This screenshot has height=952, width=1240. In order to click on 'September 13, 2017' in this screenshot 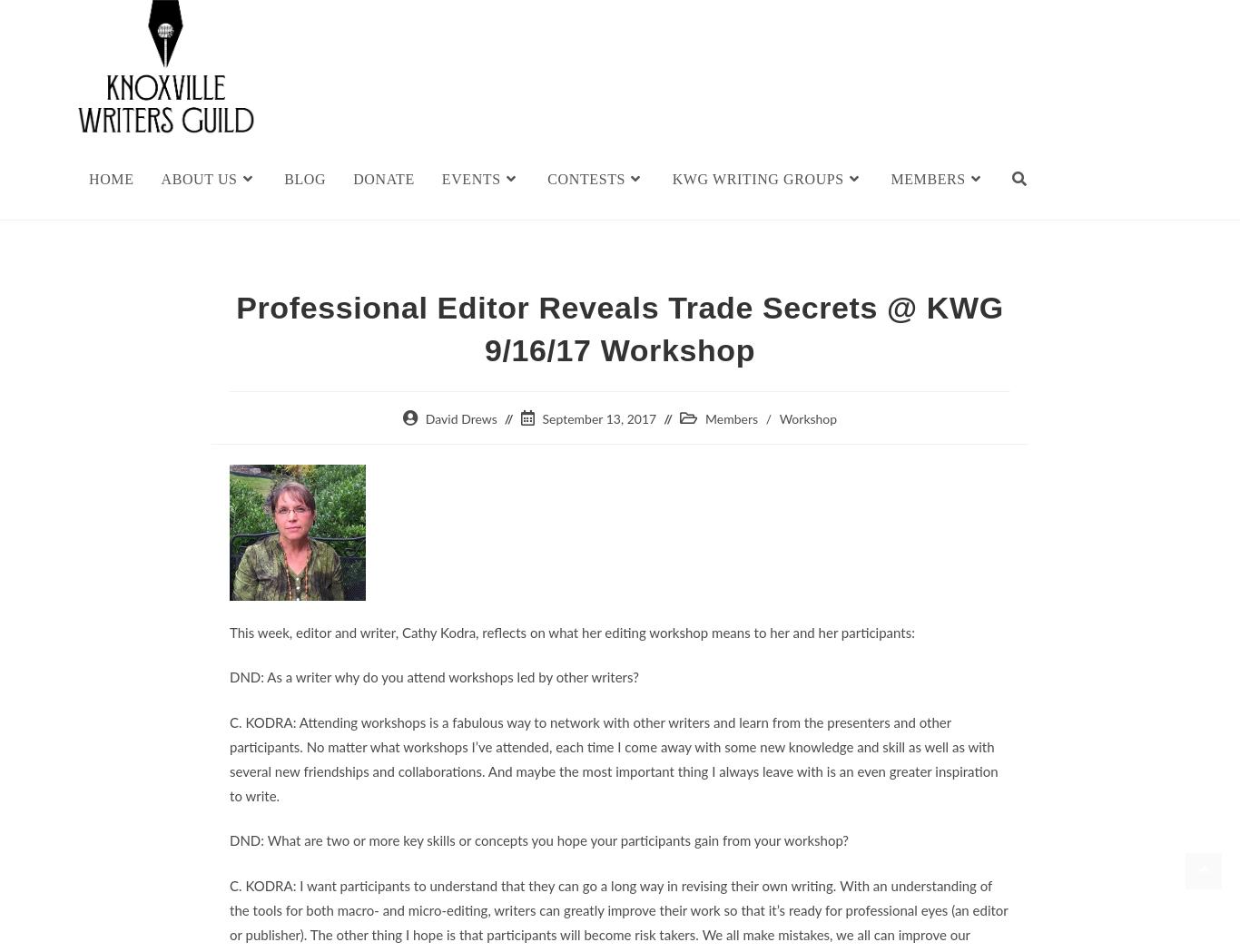, I will do `click(598, 418)`.